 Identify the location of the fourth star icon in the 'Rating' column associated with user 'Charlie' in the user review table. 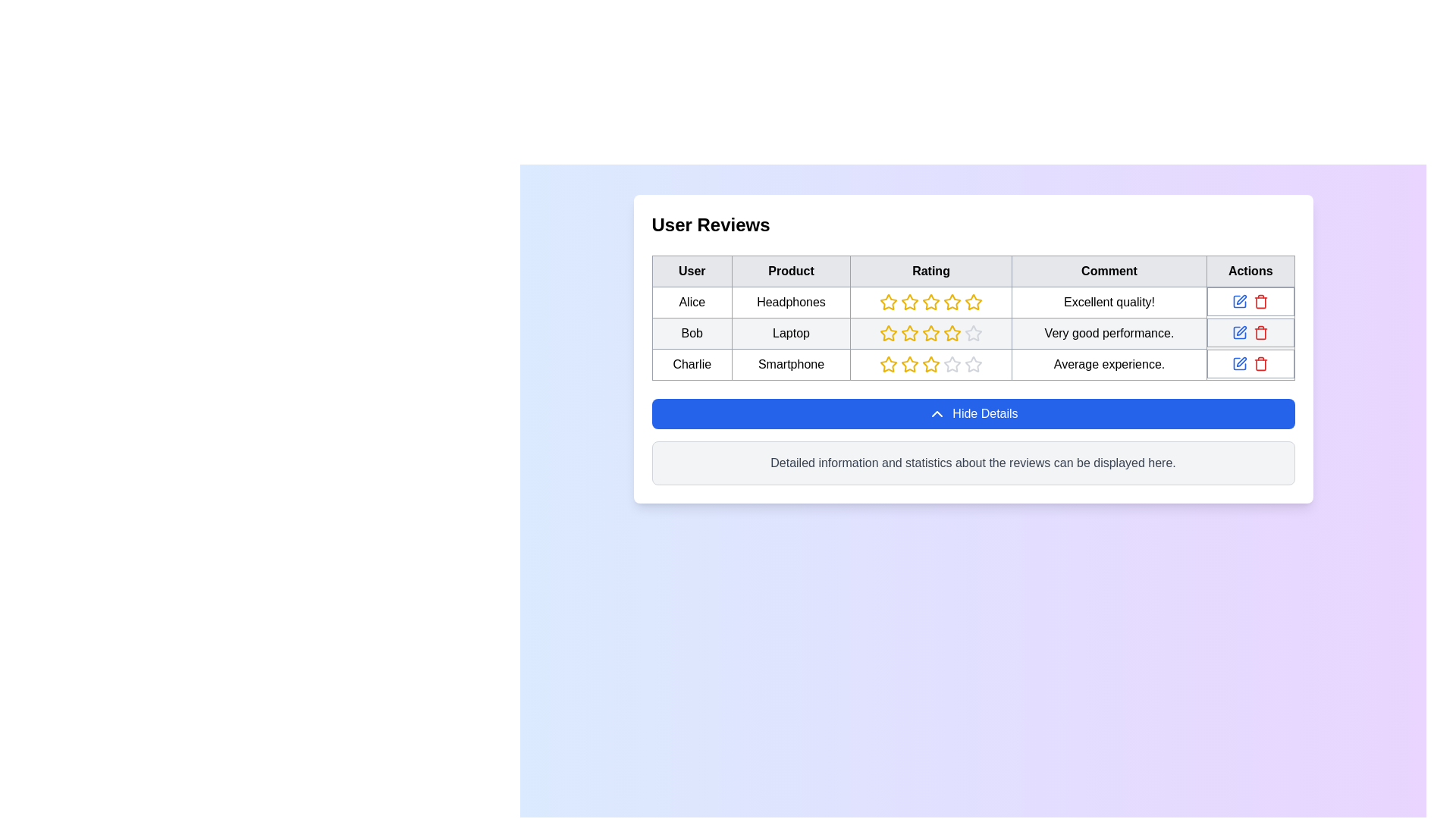
(888, 365).